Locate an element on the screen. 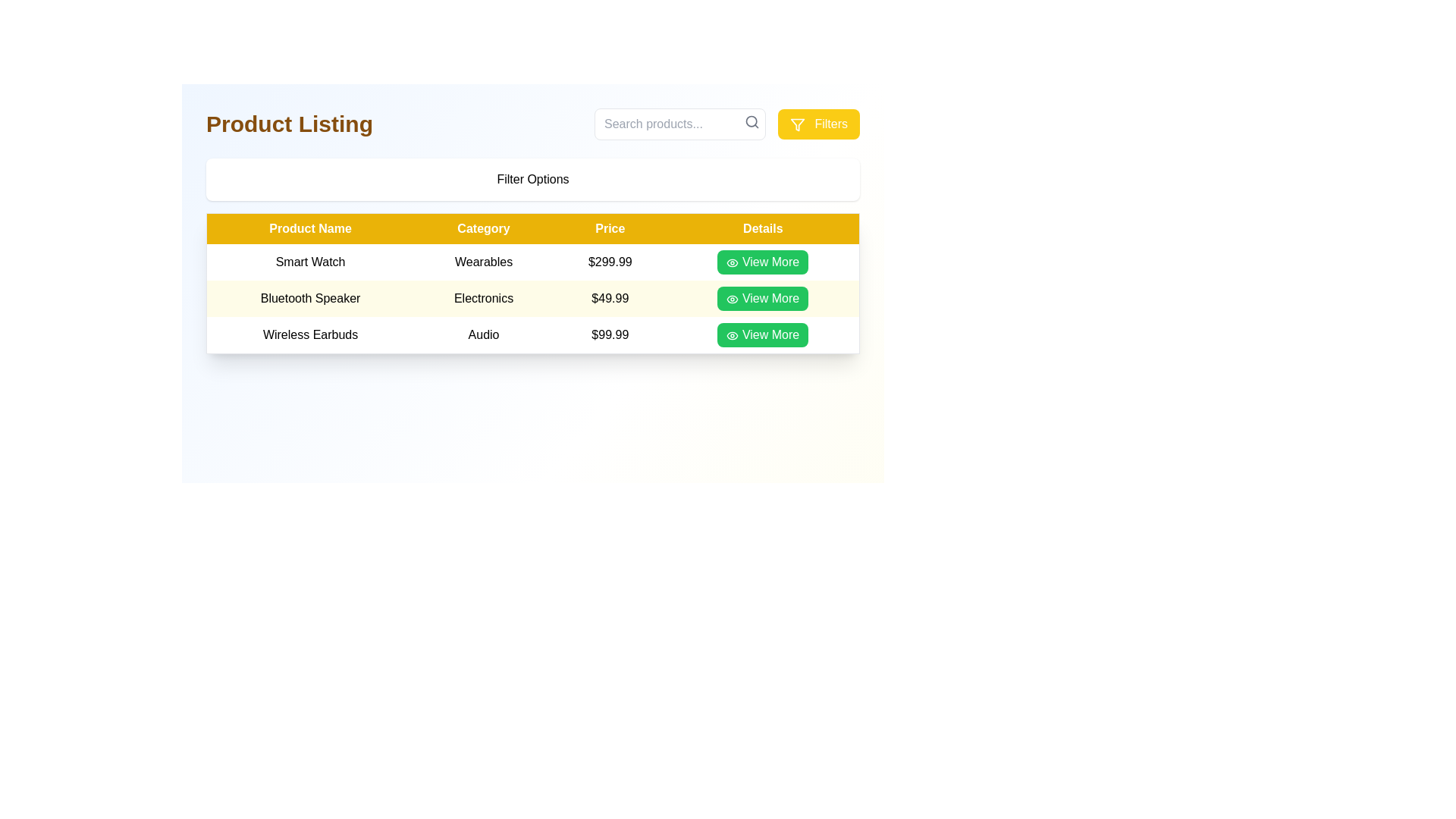 The width and height of the screenshot is (1456, 819). the 'Wireless Earbuds' text label in the 'Category' column of the 'Product Listing' table is located at coordinates (483, 334).